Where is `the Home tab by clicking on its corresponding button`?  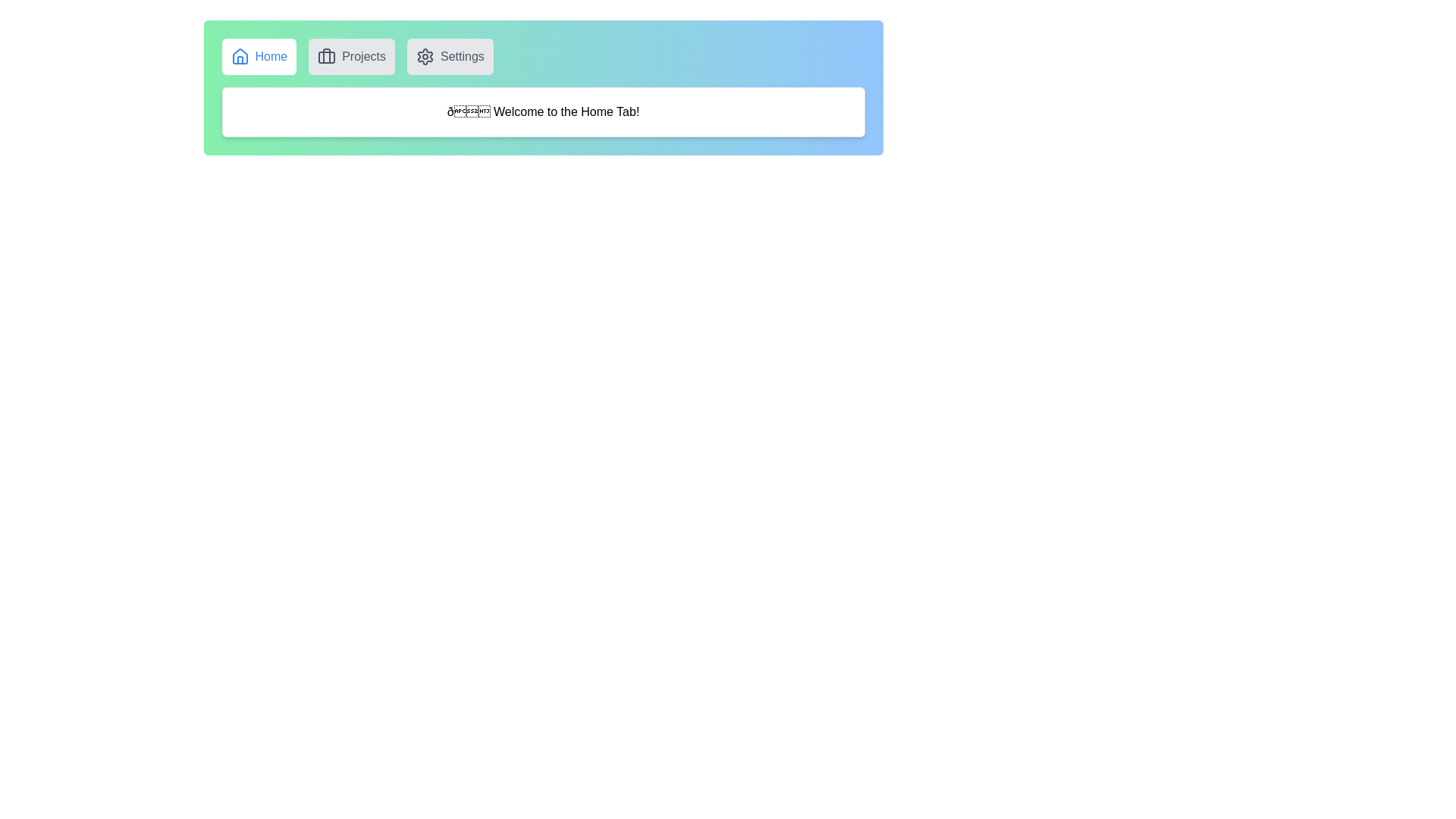 the Home tab by clicking on its corresponding button is located at coordinates (258, 55).